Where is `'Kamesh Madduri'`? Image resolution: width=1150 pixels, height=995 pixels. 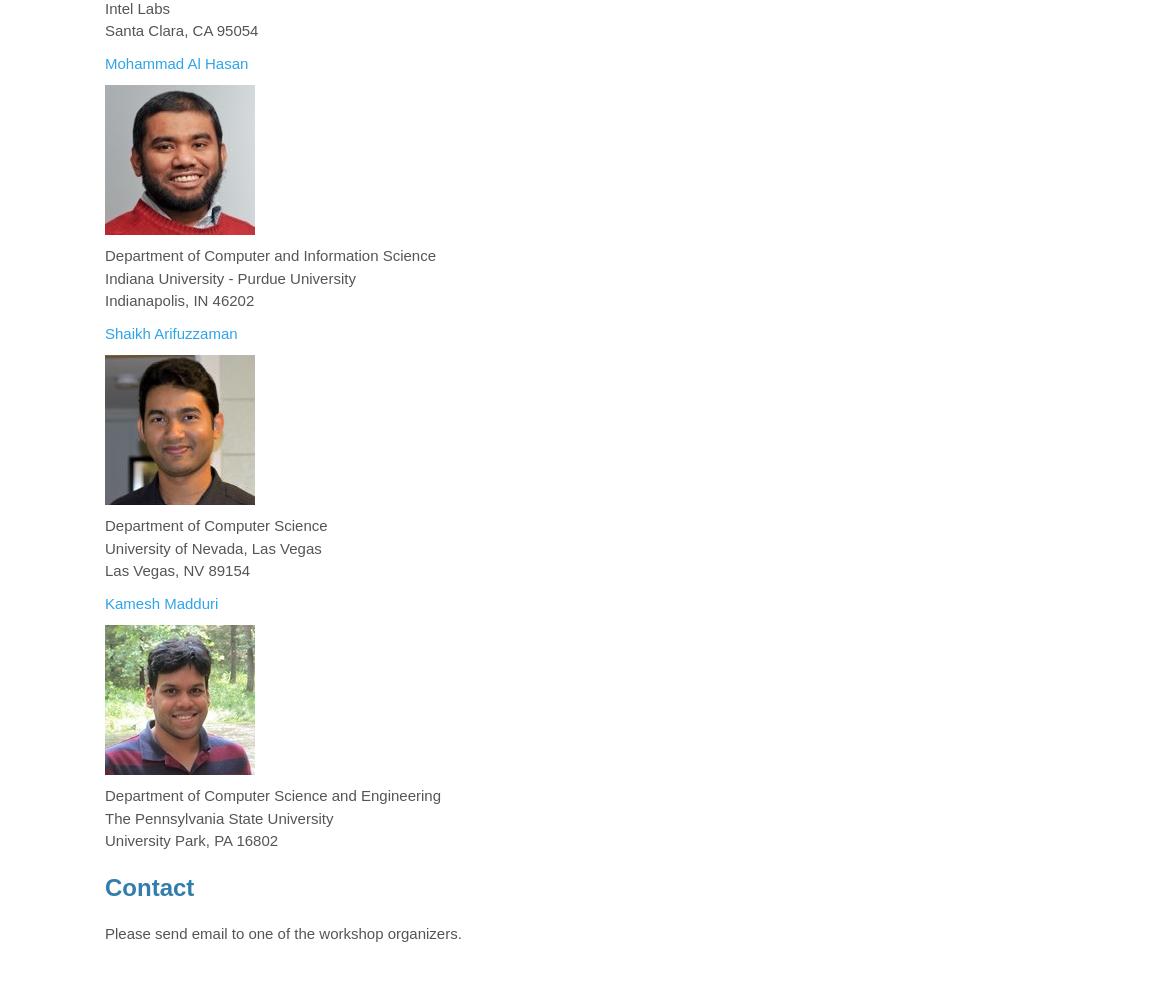 'Kamesh Madduri' is located at coordinates (160, 601).